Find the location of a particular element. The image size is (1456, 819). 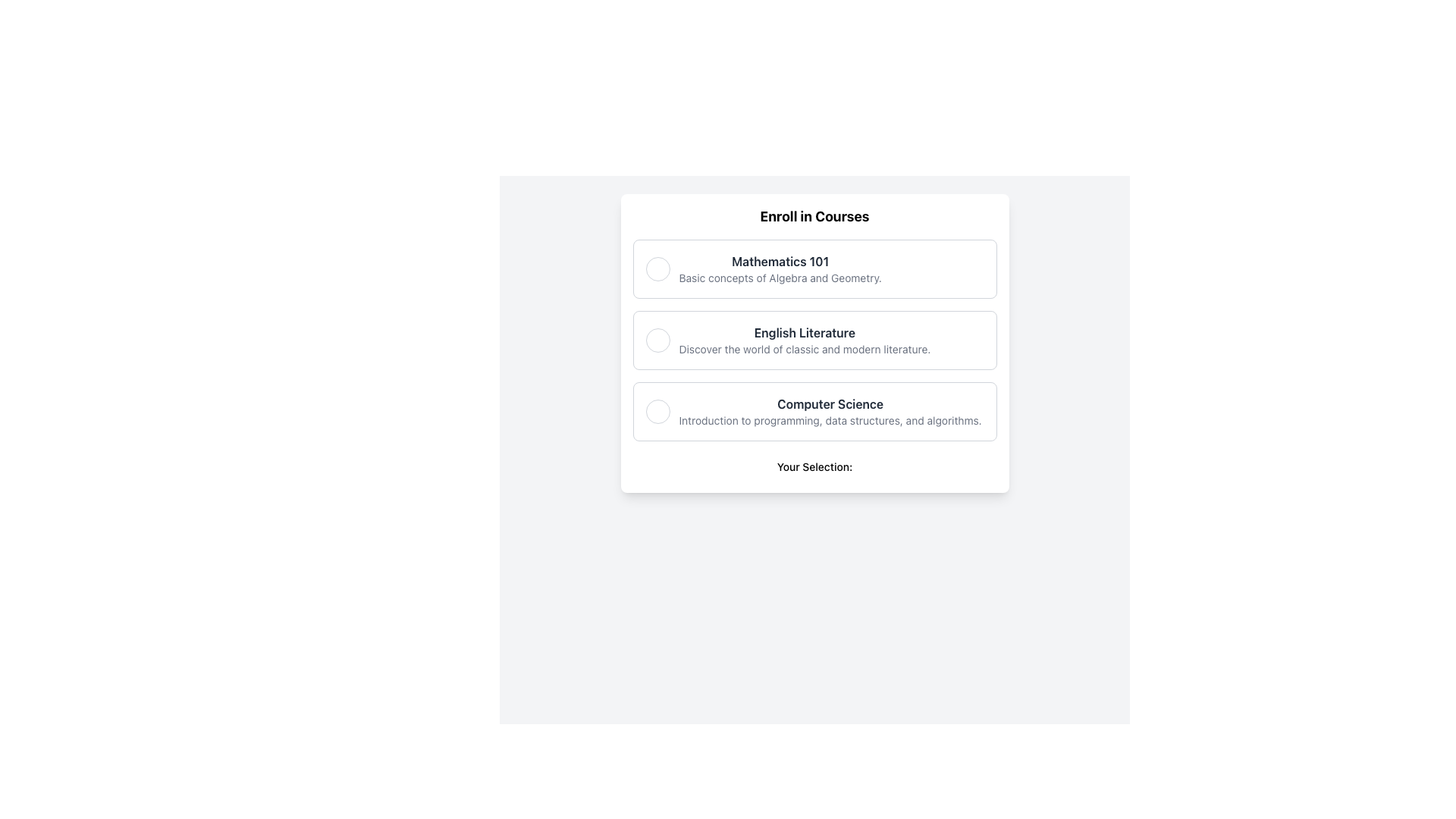

the descriptive text below the 'English Literature' course option, which provides insights into its content is located at coordinates (804, 350).